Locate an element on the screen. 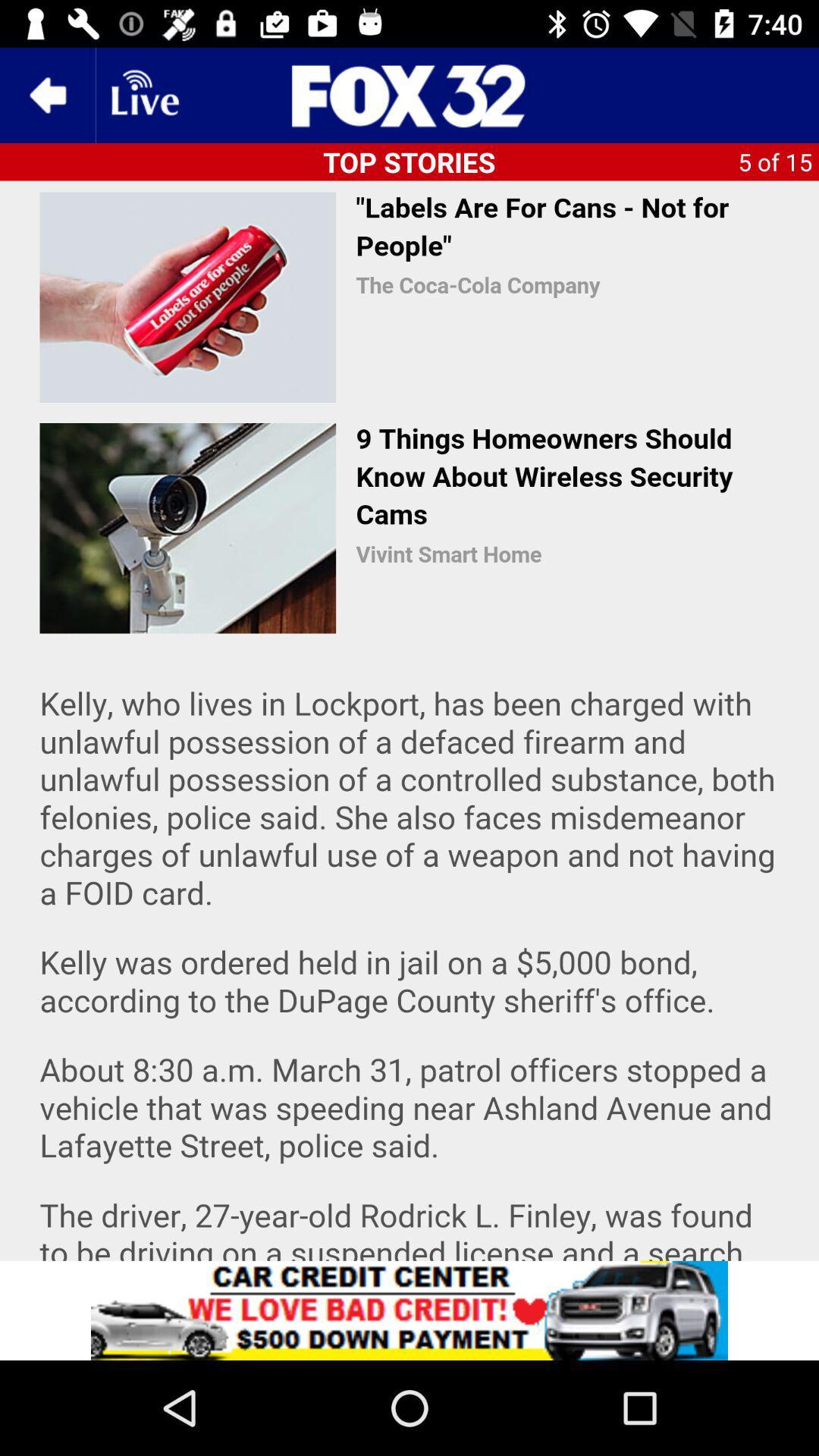 Image resolution: width=819 pixels, height=1456 pixels. open livestream is located at coordinates (143, 94).